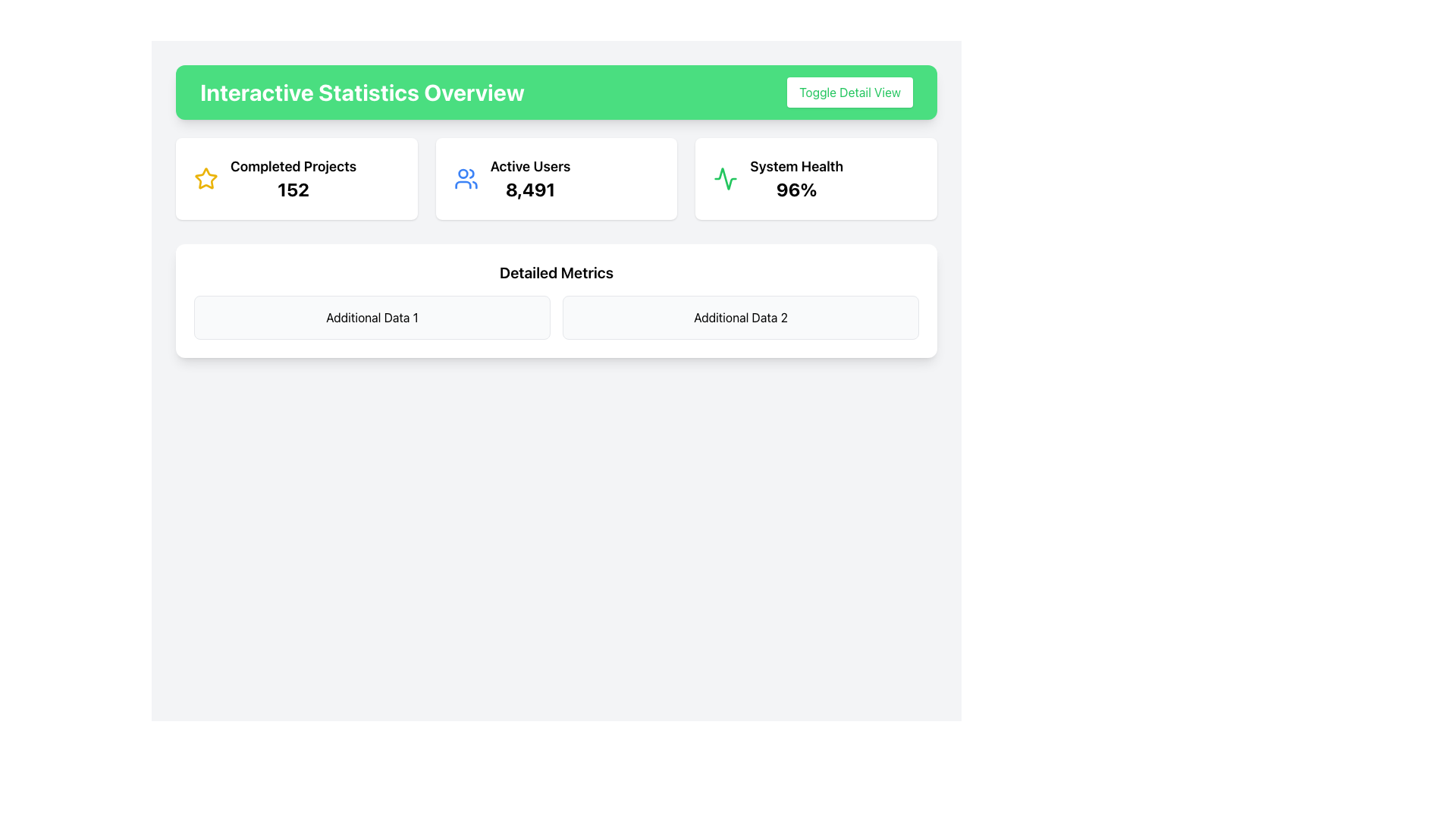  Describe the element at coordinates (795, 189) in the screenshot. I see `the static text displaying the system health status of 96%, located beneath the 'System Health' label in the upper-right region of the interface` at that location.